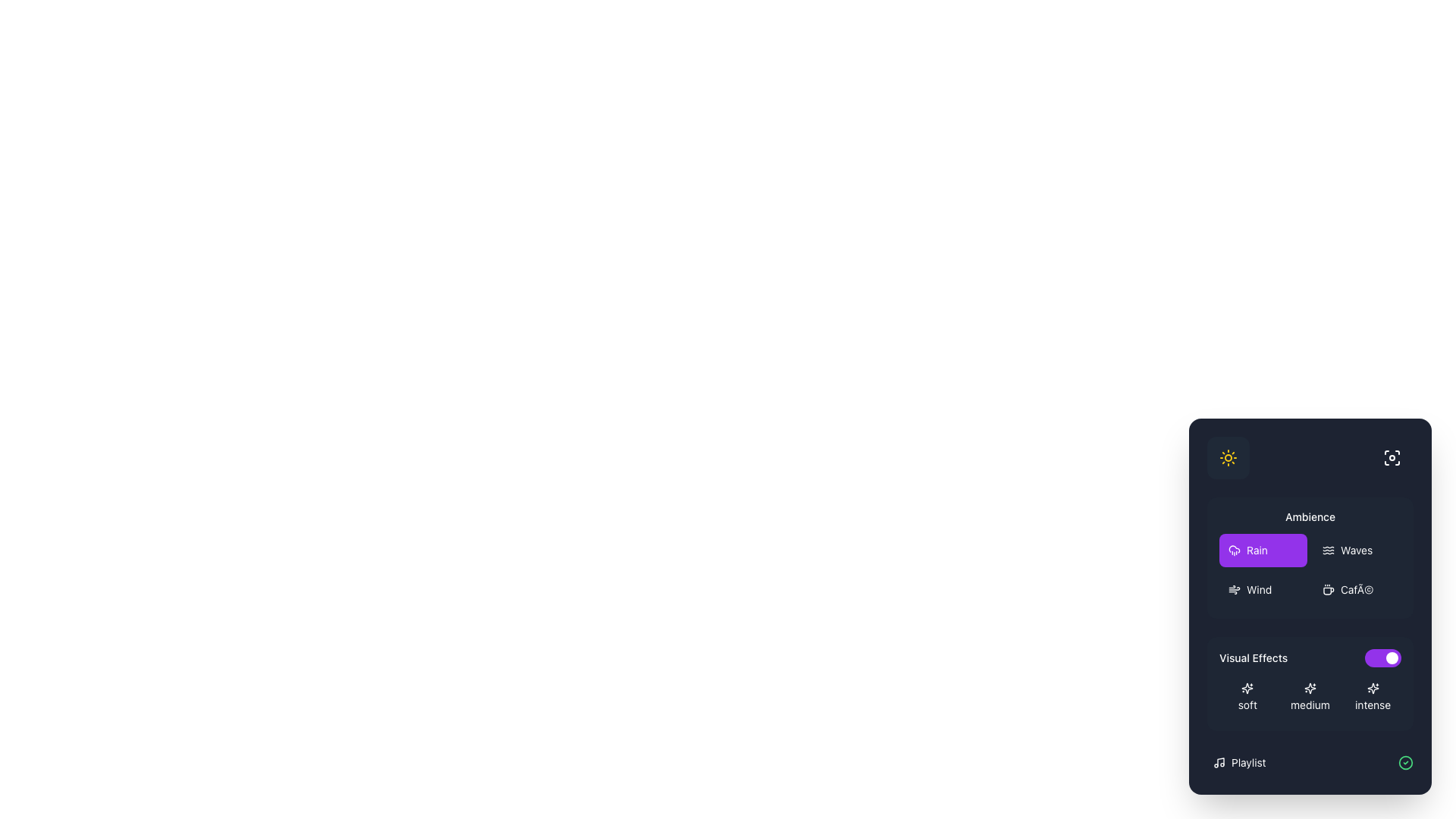 The image size is (1456, 819). What do you see at coordinates (1219, 763) in the screenshot?
I see `the musical note icon located at the bottom-left corner of the 'Playlist' button` at bounding box center [1219, 763].